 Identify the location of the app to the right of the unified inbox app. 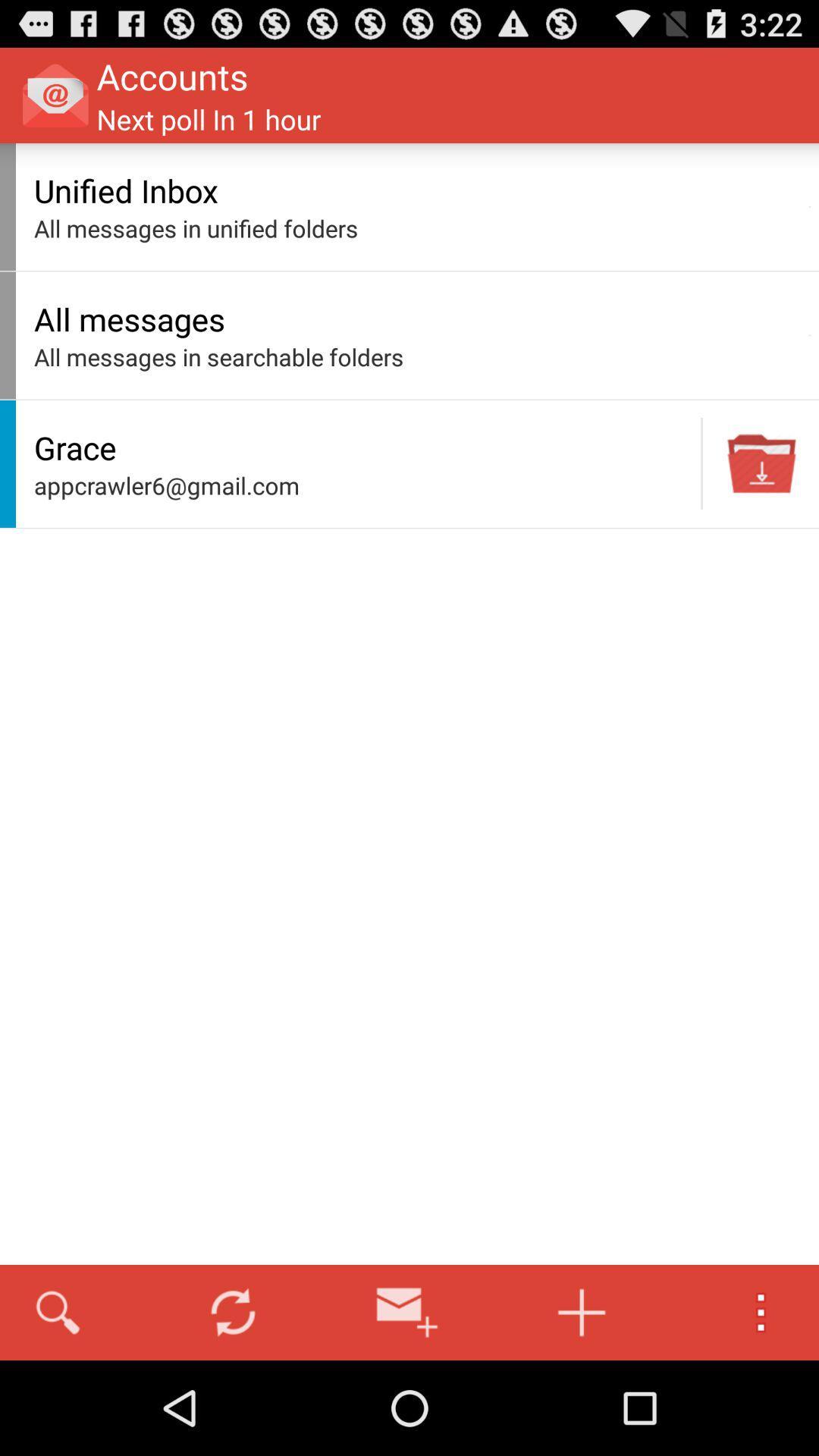
(809, 206).